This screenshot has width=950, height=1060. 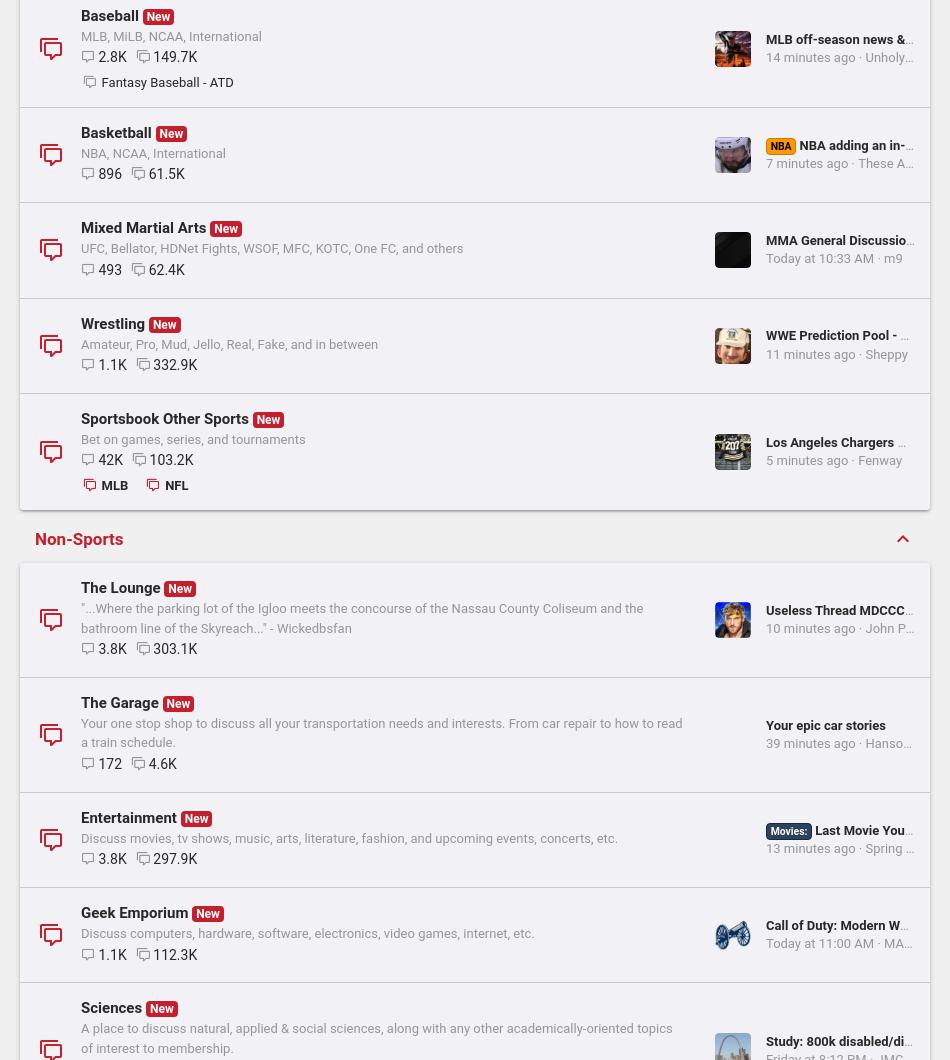 What do you see at coordinates (451, 204) in the screenshot?
I see `'Denmark:'` at bounding box center [451, 204].